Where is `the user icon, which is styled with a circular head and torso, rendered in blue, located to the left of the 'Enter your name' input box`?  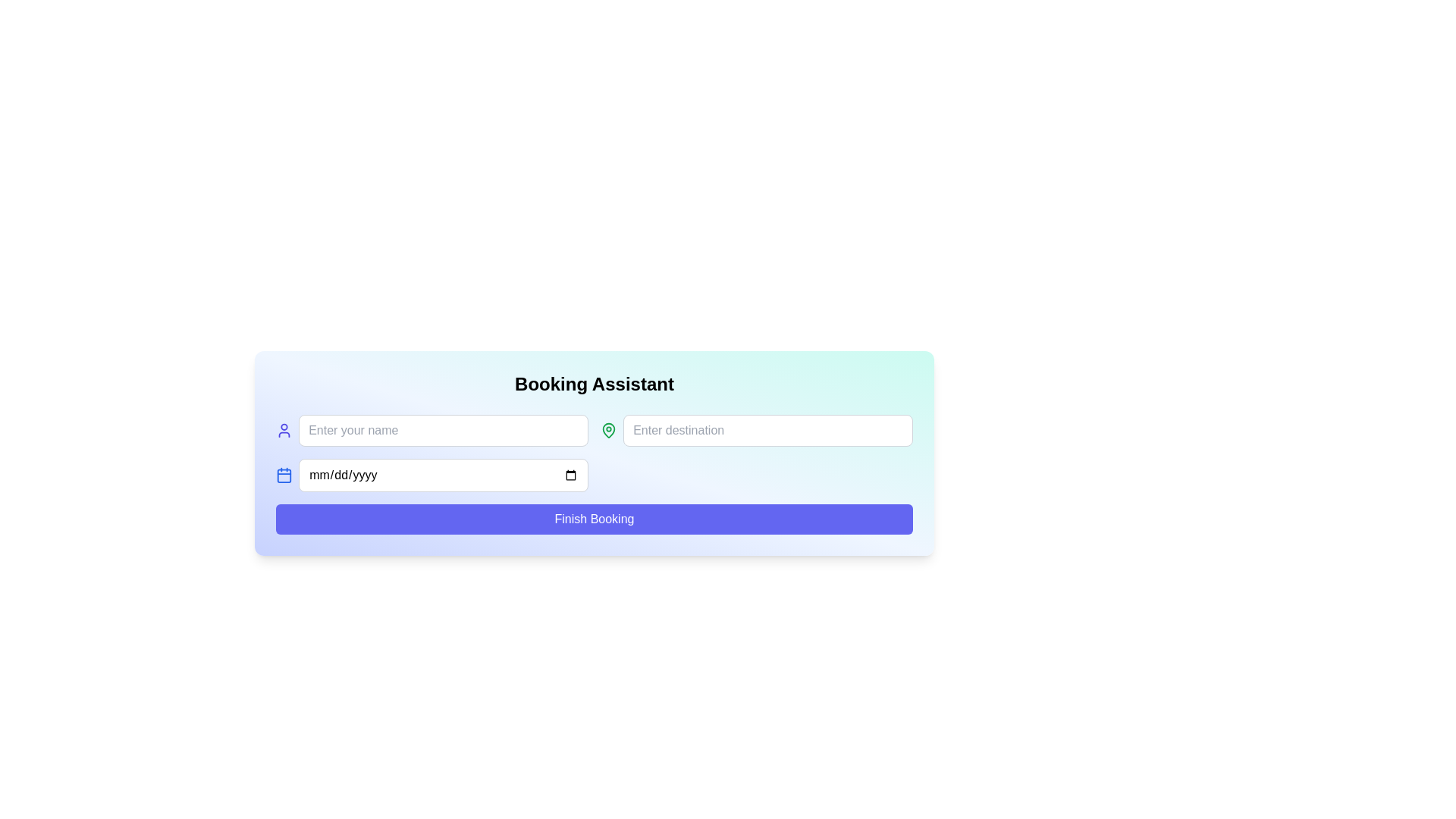 the user icon, which is styled with a circular head and torso, rendered in blue, located to the left of the 'Enter your name' input box is located at coordinates (284, 430).